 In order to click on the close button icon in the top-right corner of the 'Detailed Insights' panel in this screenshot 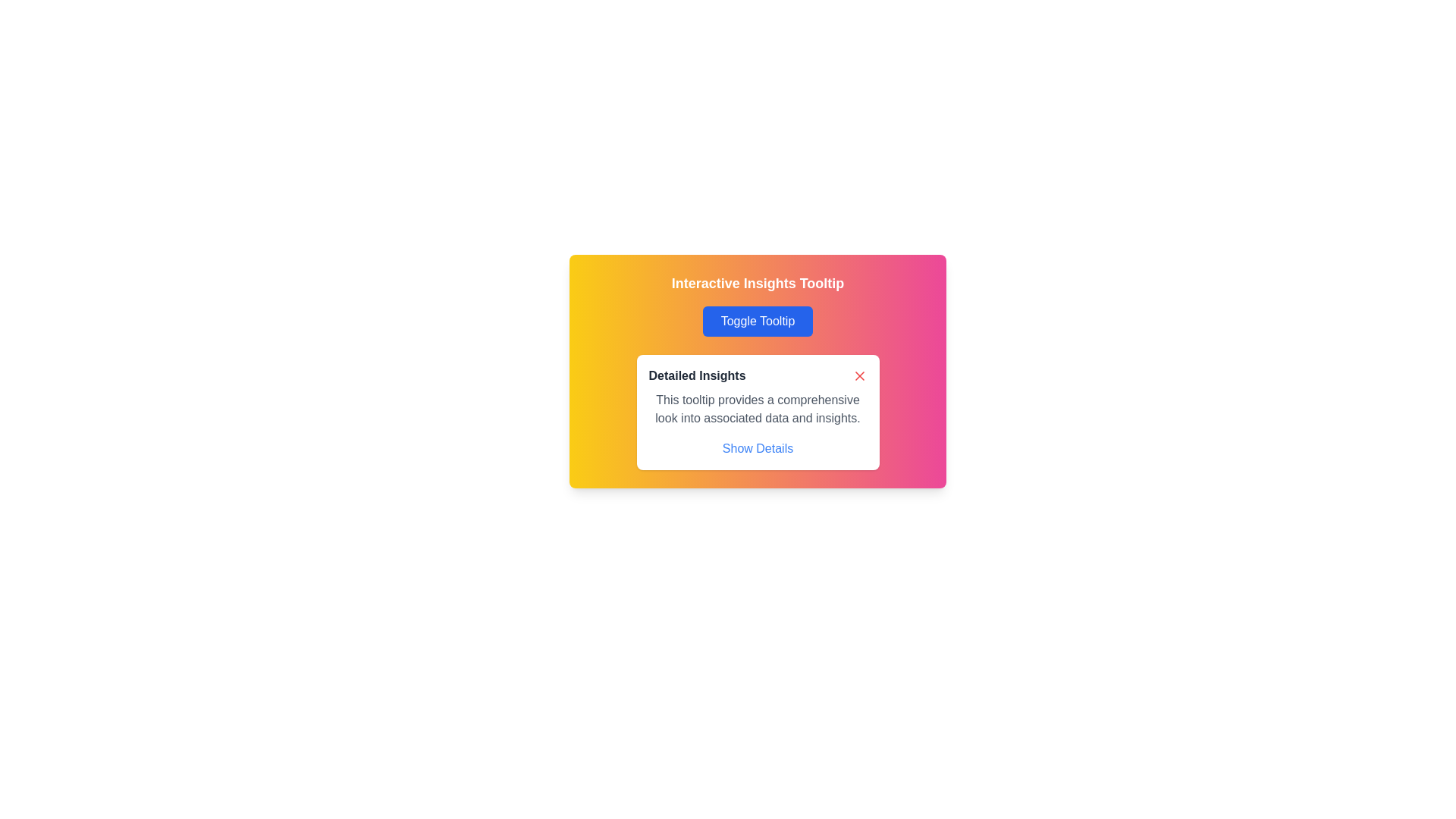, I will do `click(859, 375)`.